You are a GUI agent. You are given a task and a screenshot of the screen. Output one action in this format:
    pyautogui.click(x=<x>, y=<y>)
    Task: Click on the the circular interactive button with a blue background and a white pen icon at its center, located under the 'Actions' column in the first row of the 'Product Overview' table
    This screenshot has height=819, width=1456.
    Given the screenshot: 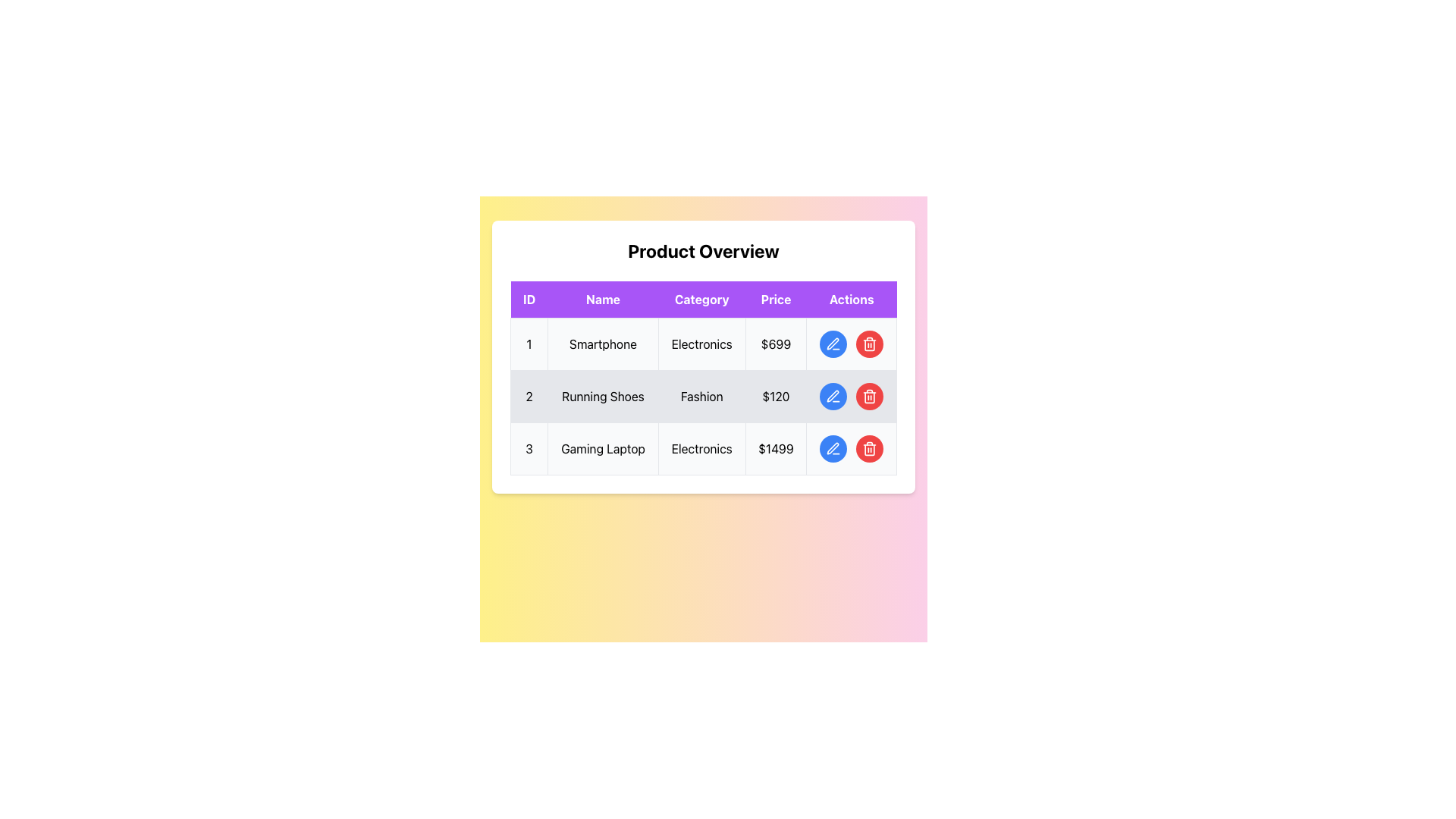 What is the action you would take?
    pyautogui.click(x=833, y=344)
    